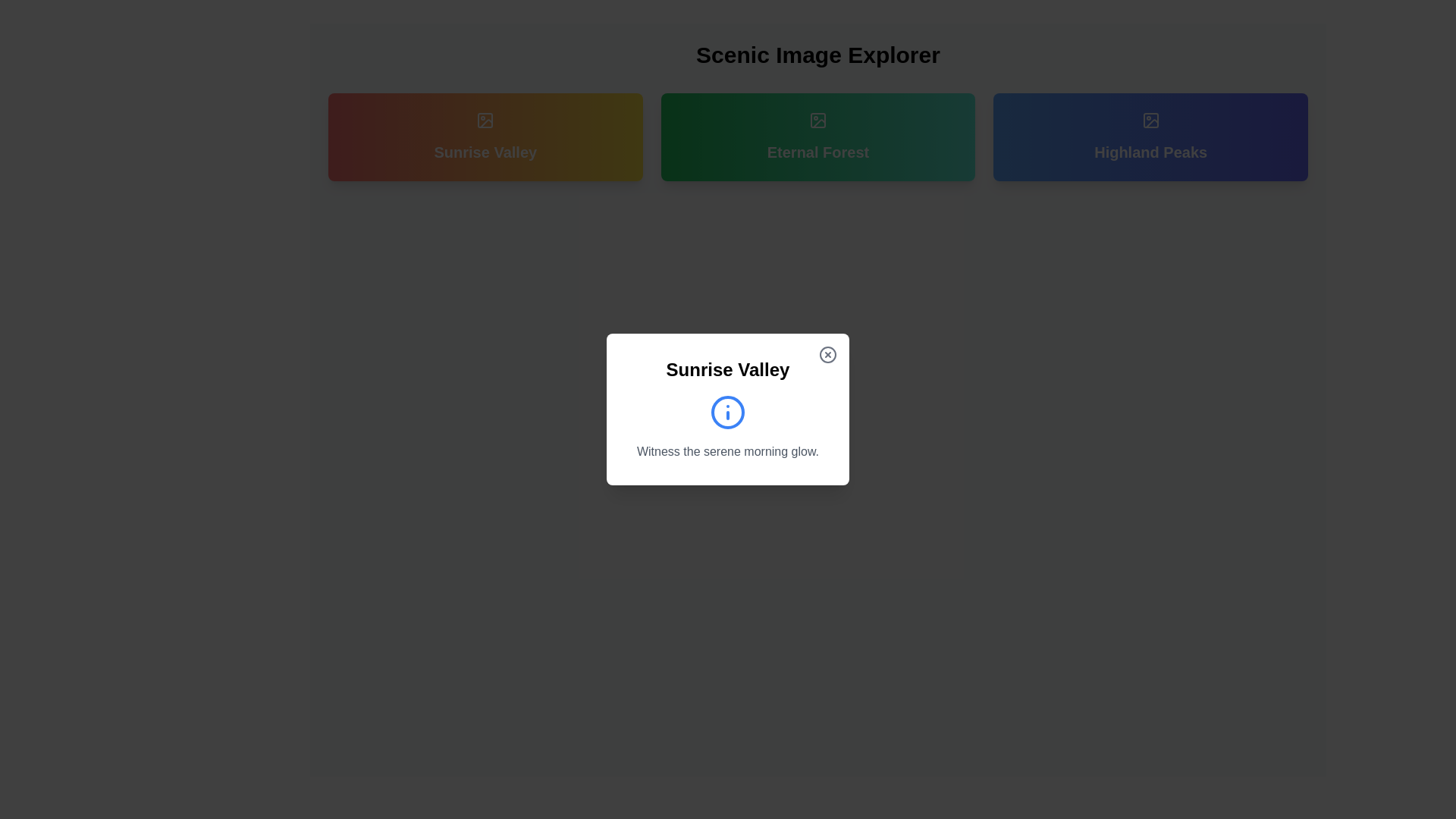 The width and height of the screenshot is (1456, 819). I want to click on the Decorative SVG component (rounded rectangle) located at the center of the 'Sunrise Valley' button, so click(485, 119).